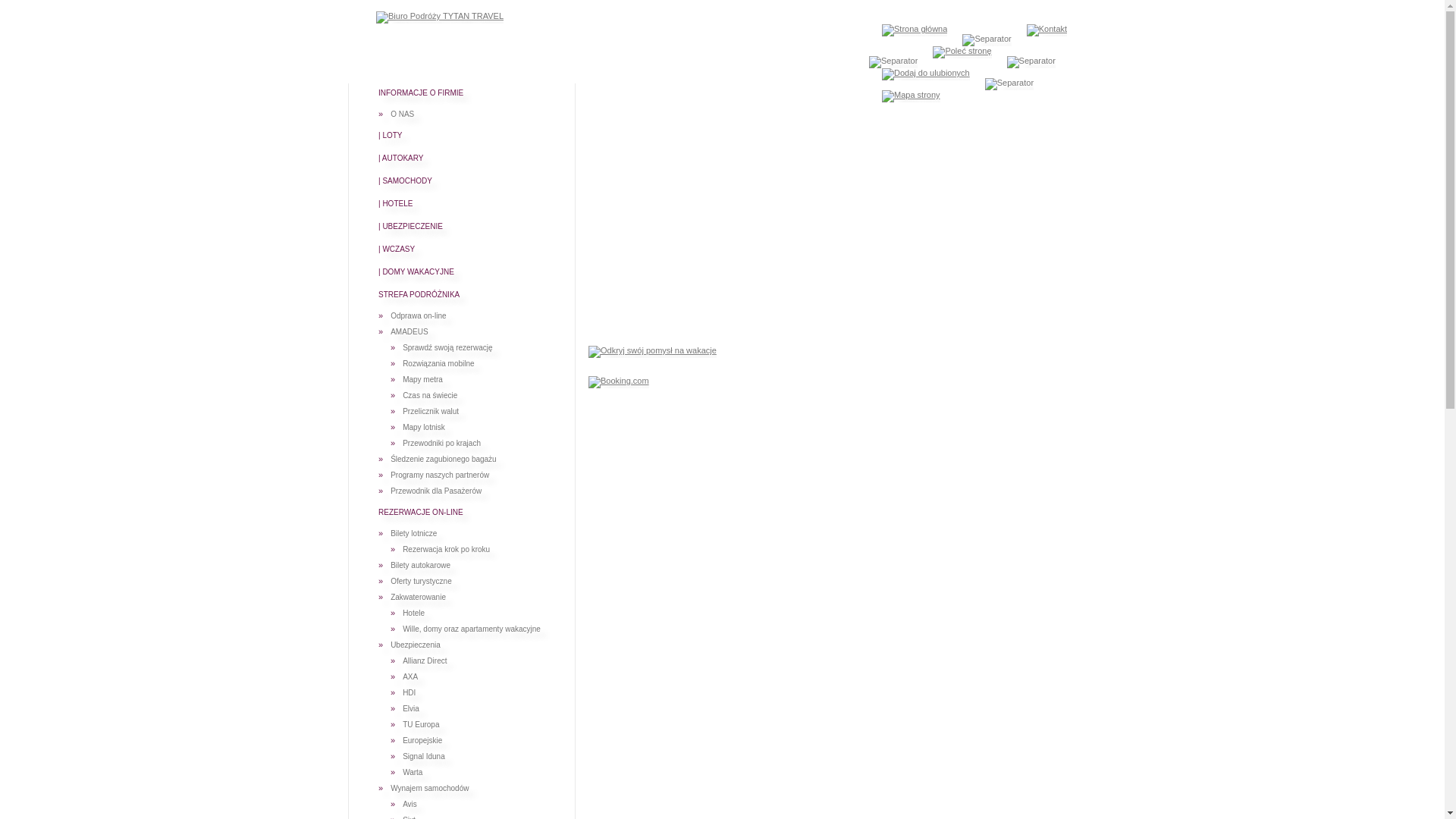 The image size is (1456, 819). I want to click on '| AUTOKARY', so click(400, 158).